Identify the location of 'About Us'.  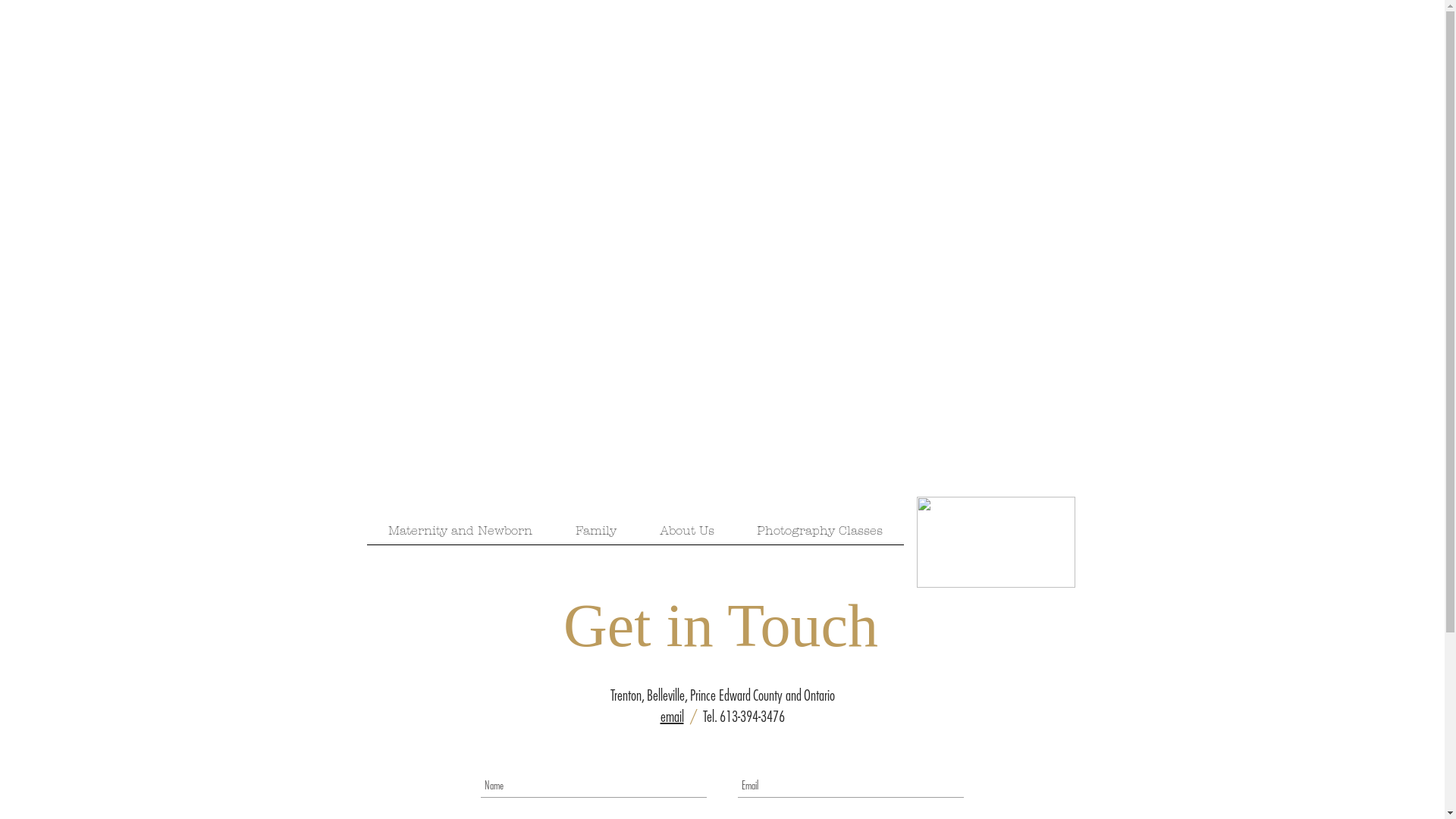
(686, 534).